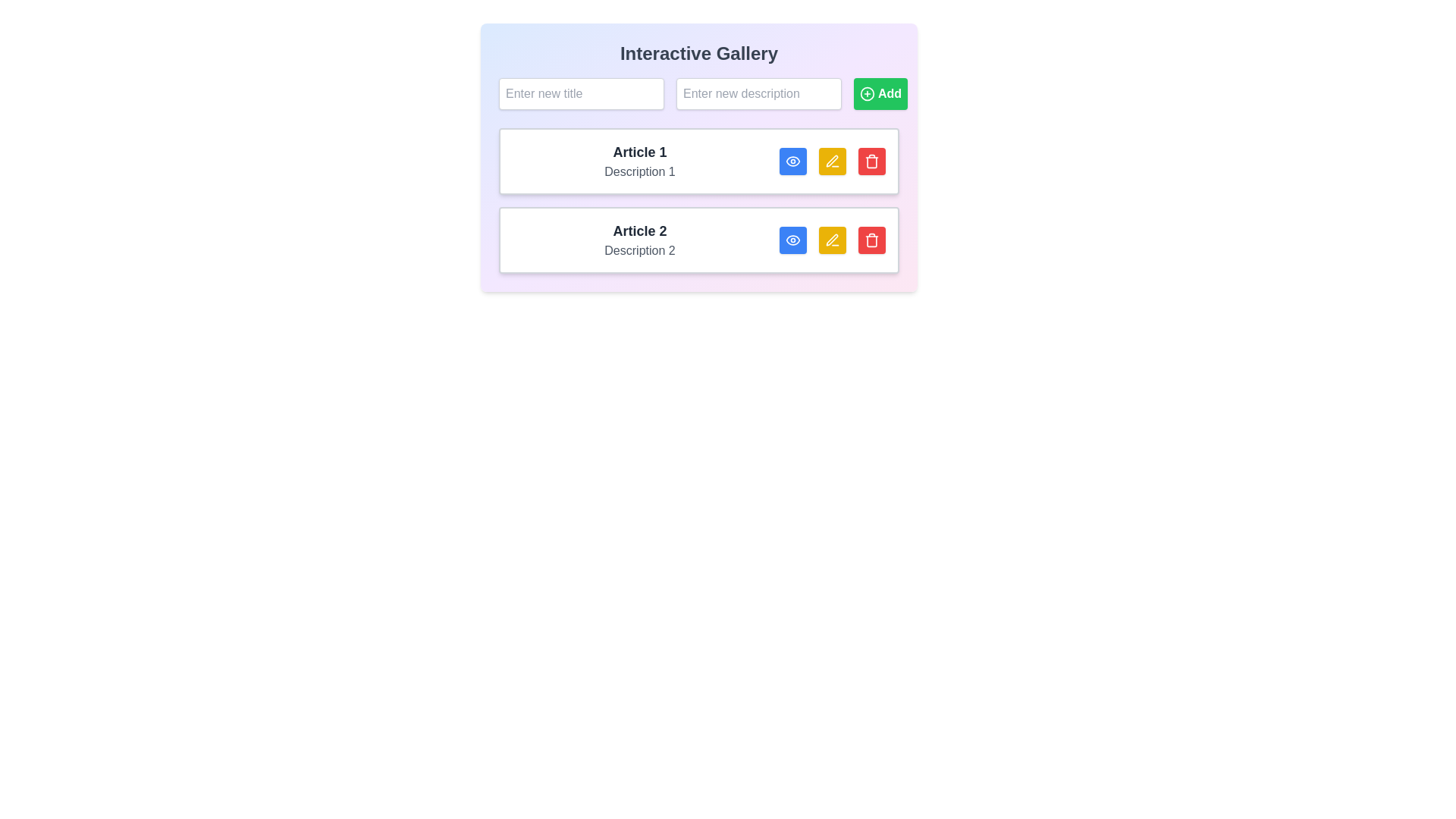 The height and width of the screenshot is (819, 1456). I want to click on the edit action icon located in the yellow button of the first row of the article list, near the text 'Article 1', so click(831, 161).